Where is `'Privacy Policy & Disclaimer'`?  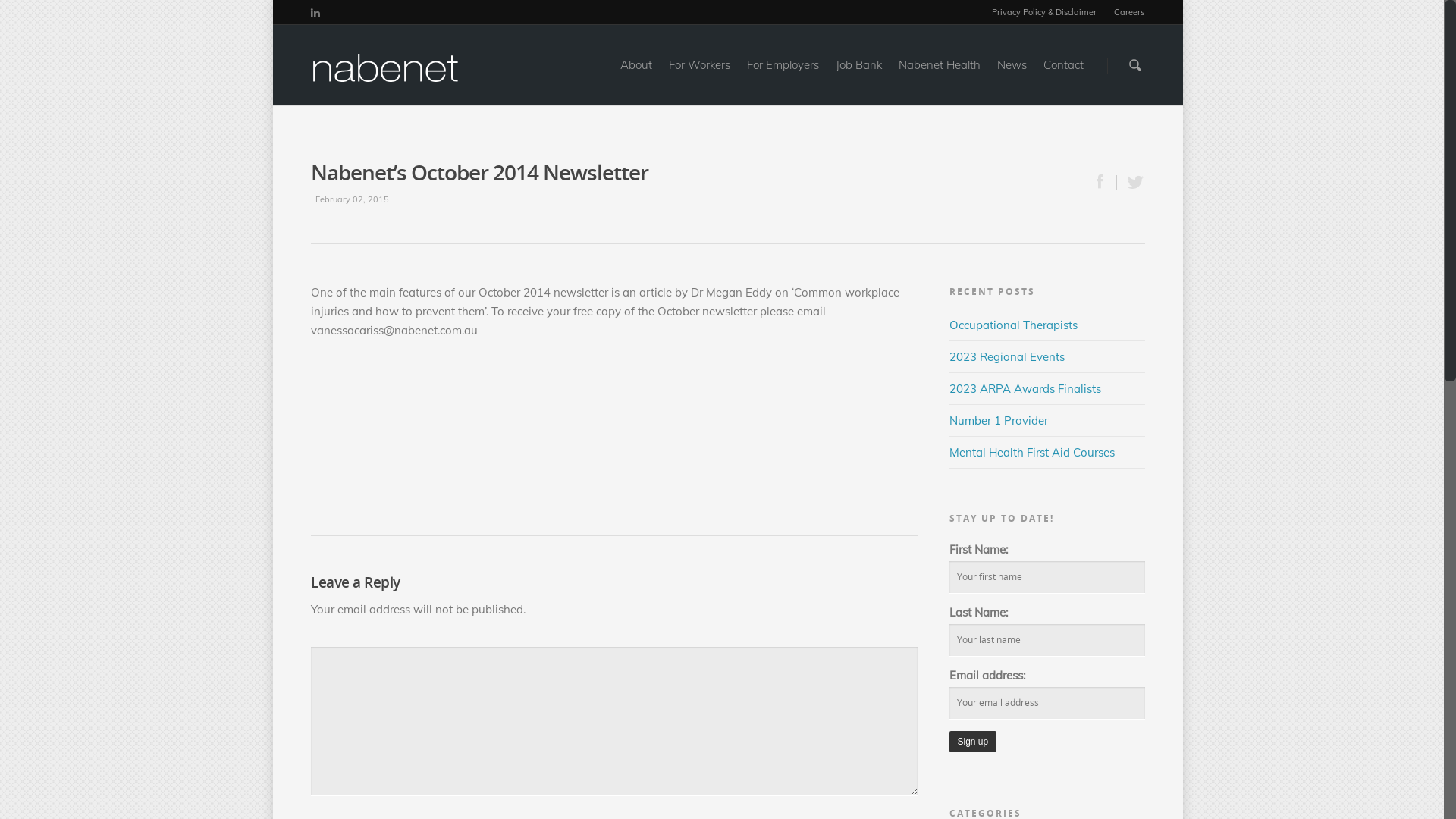
'Privacy Policy & Disclaimer' is located at coordinates (1043, 12).